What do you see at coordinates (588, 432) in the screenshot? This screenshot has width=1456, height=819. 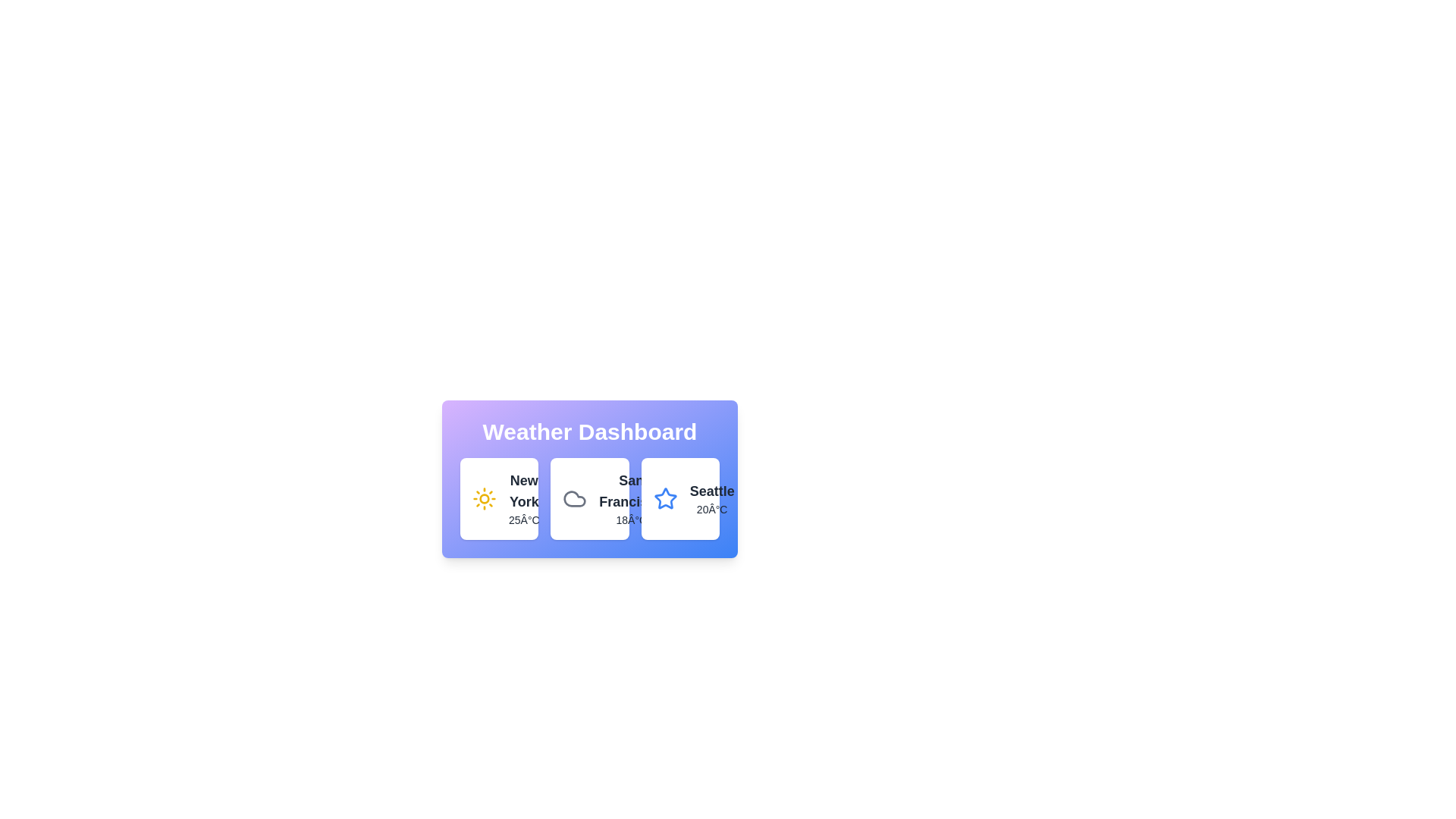 I see `the static text header at the top of the dashboard card that spans horizontally and is centrally aligned above the weather information grid` at bounding box center [588, 432].